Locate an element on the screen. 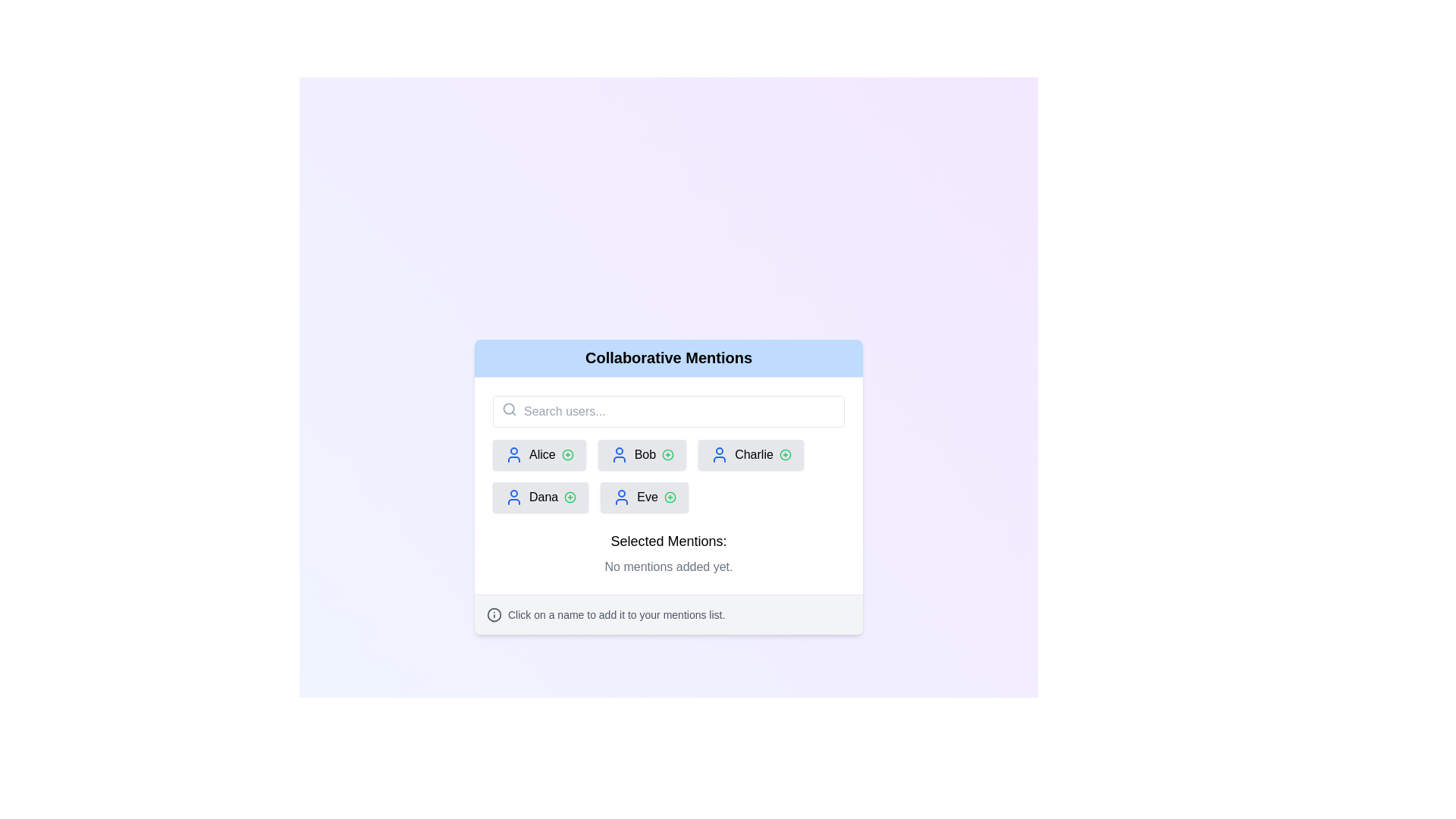  text displayed in the rectangular section labeled 'Selected Mentions:' with subtext 'No mentions added yet.' located at the bottom of the main card is located at coordinates (668, 553).